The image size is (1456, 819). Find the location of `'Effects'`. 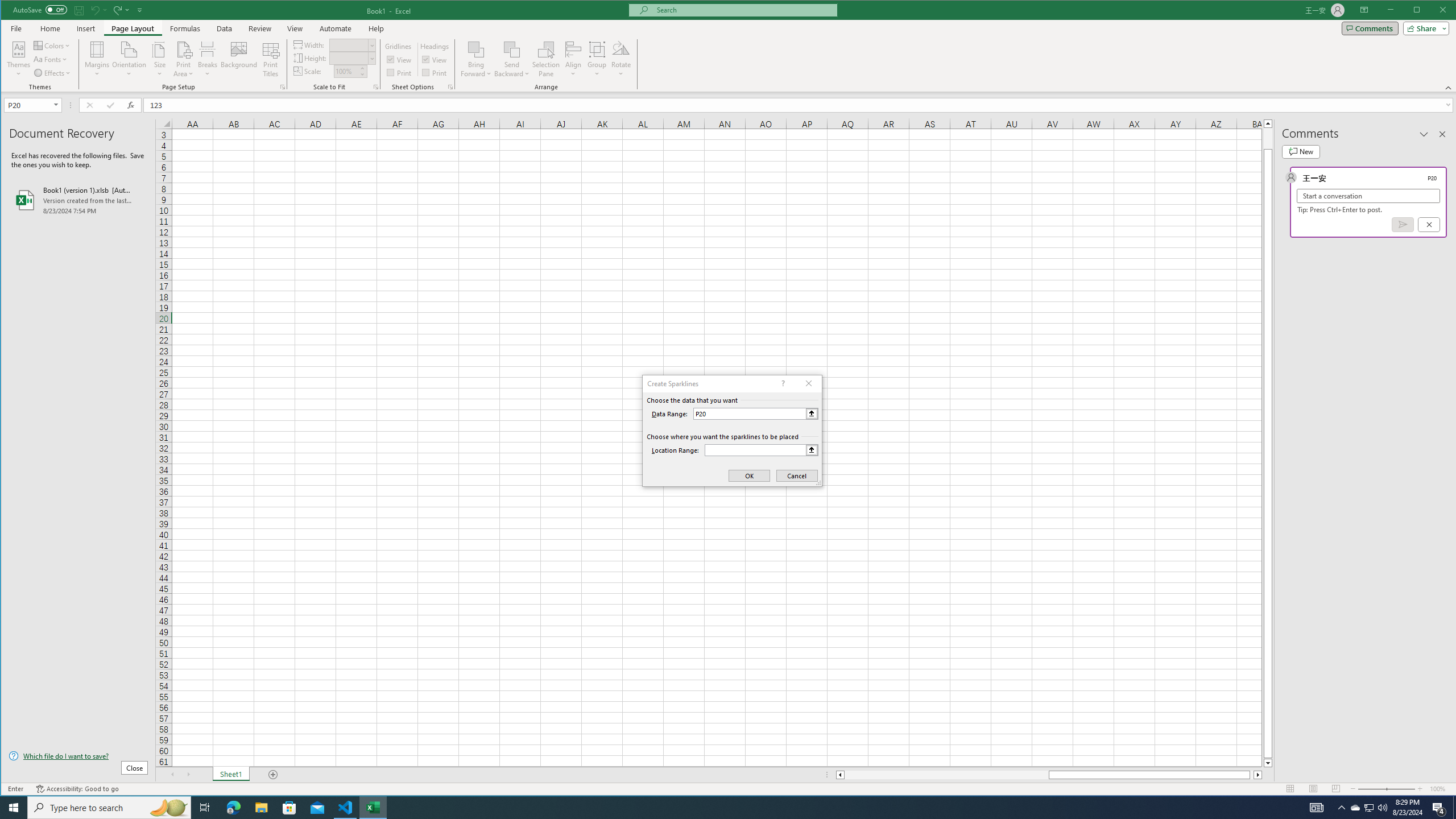

'Effects' is located at coordinates (53, 72).